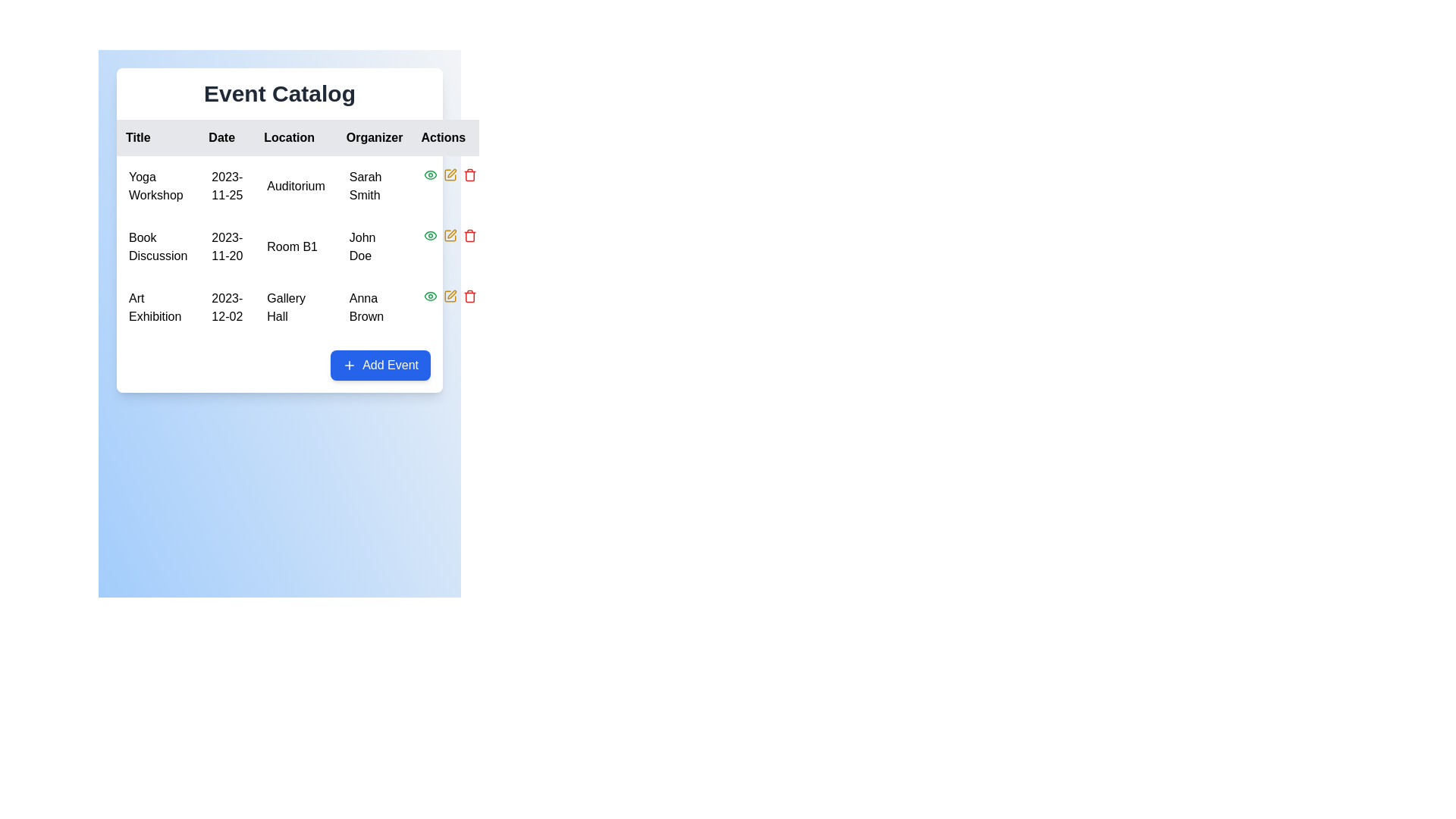 The height and width of the screenshot is (819, 1456). I want to click on the static text label reading 'Actions', which is the last item in a horizontal row of header labels in the top-right corner of the data table's header, so click(450, 137).